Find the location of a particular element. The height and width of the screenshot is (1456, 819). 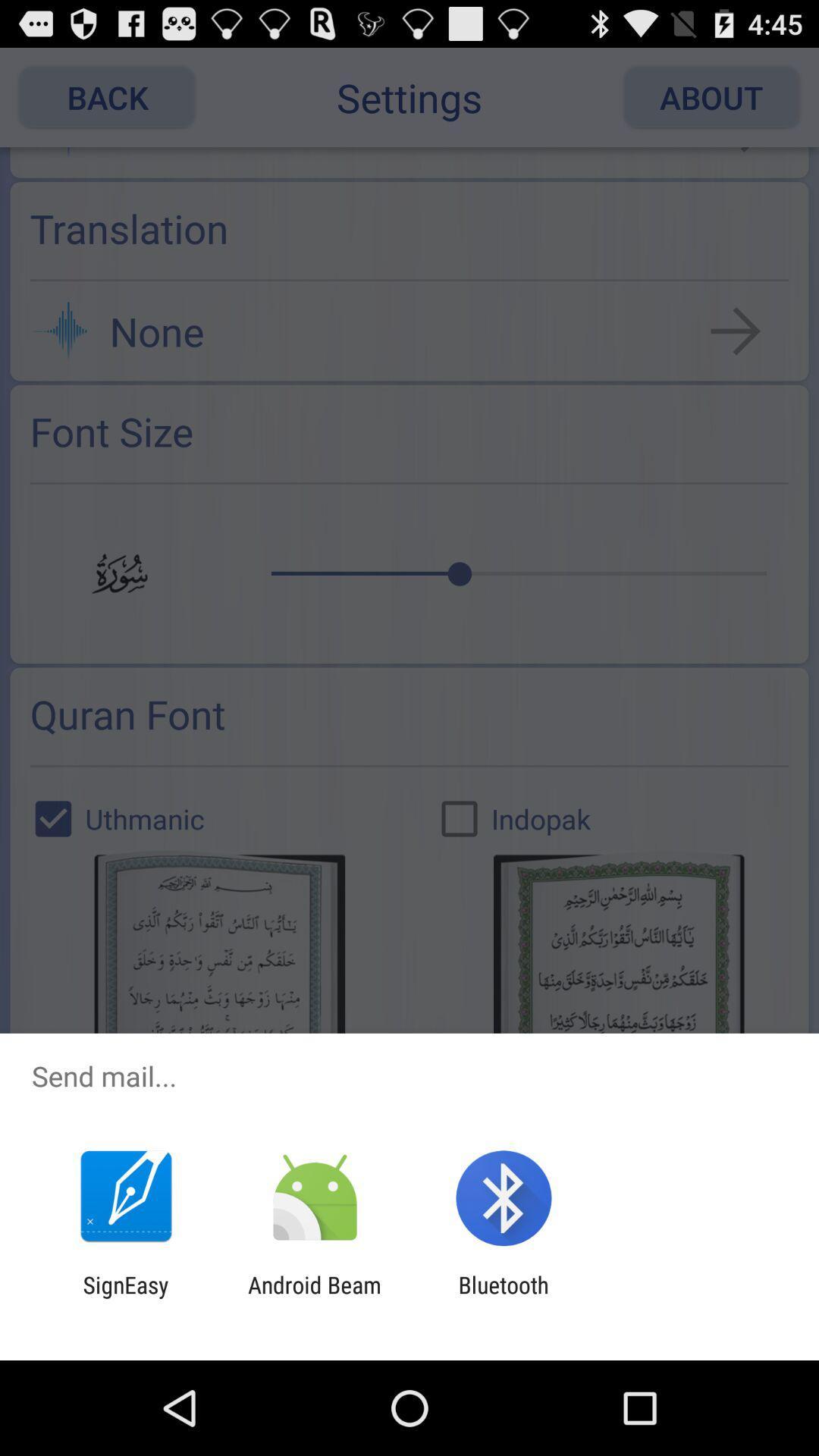

icon next to the signeasy app is located at coordinates (314, 1298).